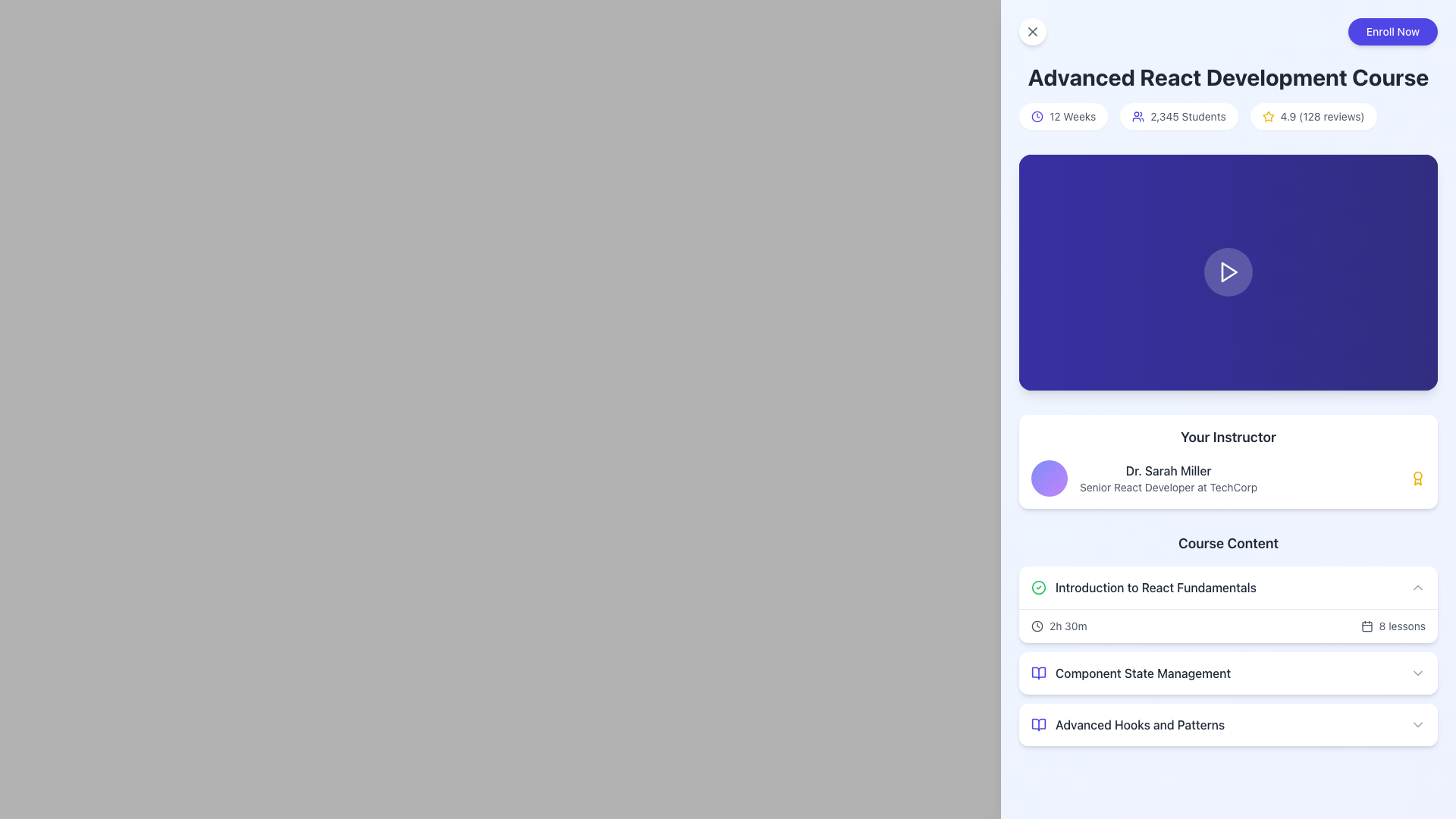  What do you see at coordinates (1144, 586) in the screenshot?
I see `text label 'Introduction to React Fundamentals' styled with medium font weight and dark gray color, located in the 'Course Content' section beside a circular green checkmark icon` at bounding box center [1144, 586].